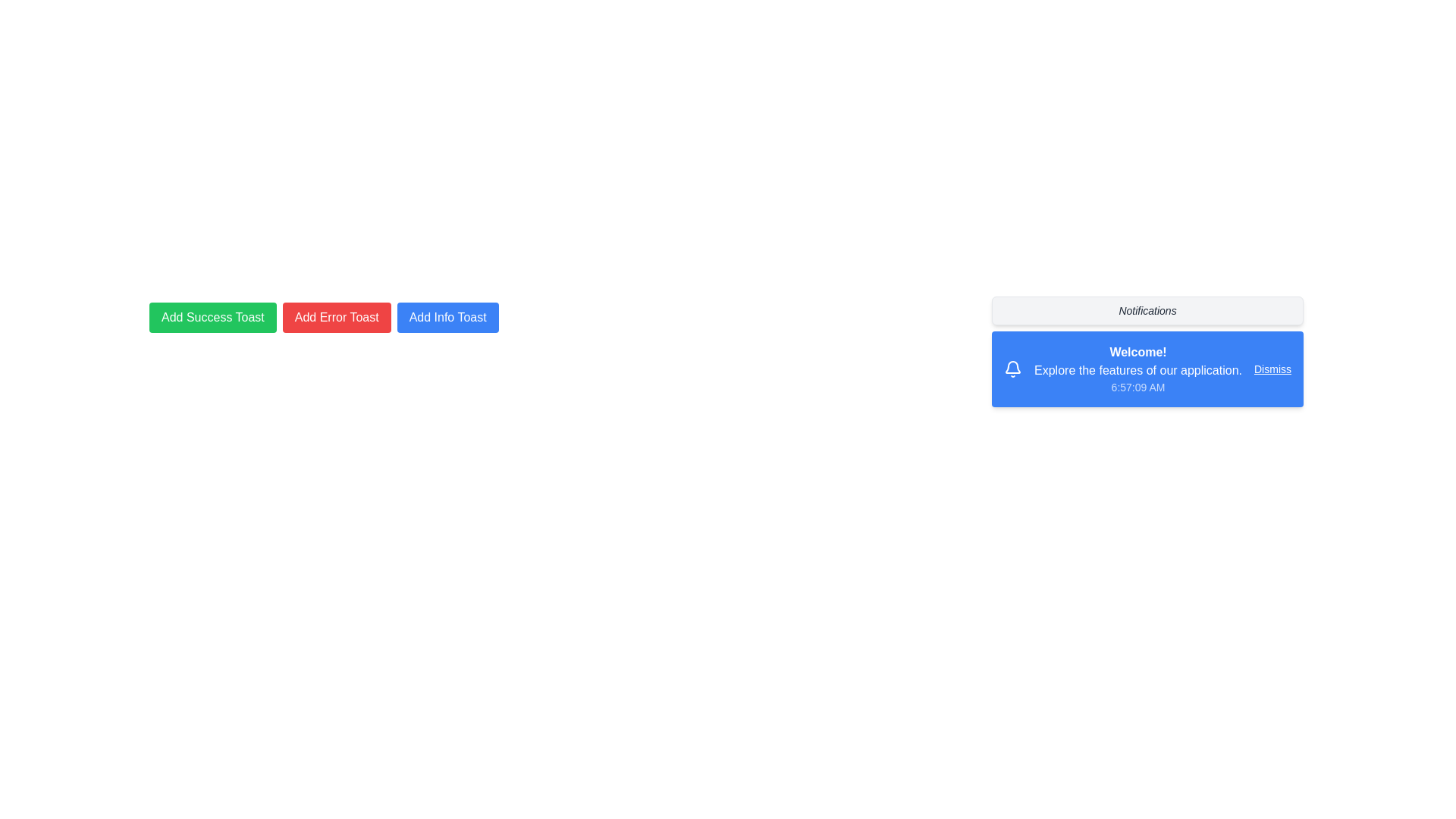  What do you see at coordinates (1138, 386) in the screenshot?
I see `the static text element displaying '6:57:09 AM' located in the bottom section of the blue notification element` at bounding box center [1138, 386].